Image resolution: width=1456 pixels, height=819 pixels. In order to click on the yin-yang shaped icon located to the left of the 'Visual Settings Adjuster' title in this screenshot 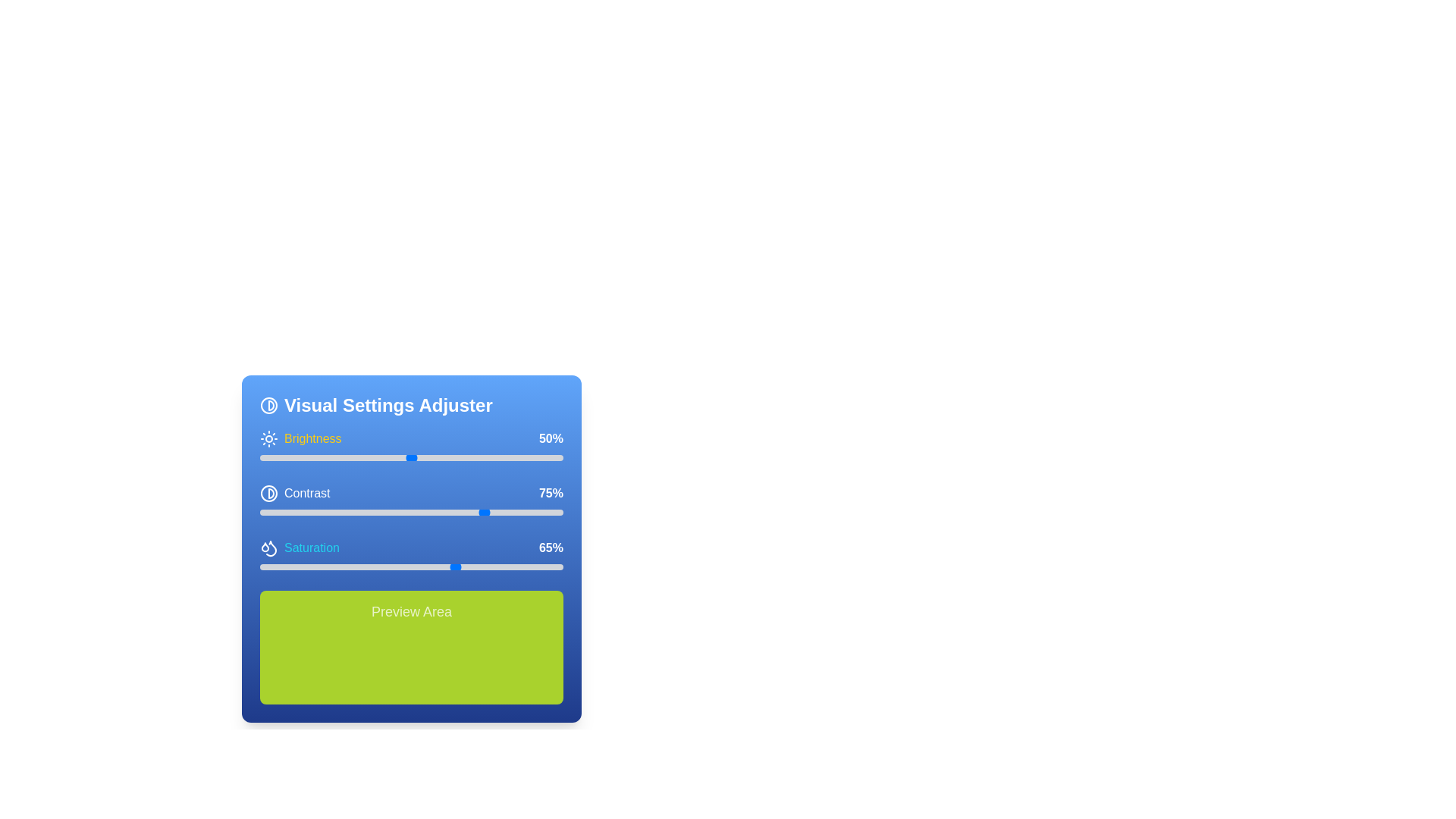, I will do `click(269, 405)`.